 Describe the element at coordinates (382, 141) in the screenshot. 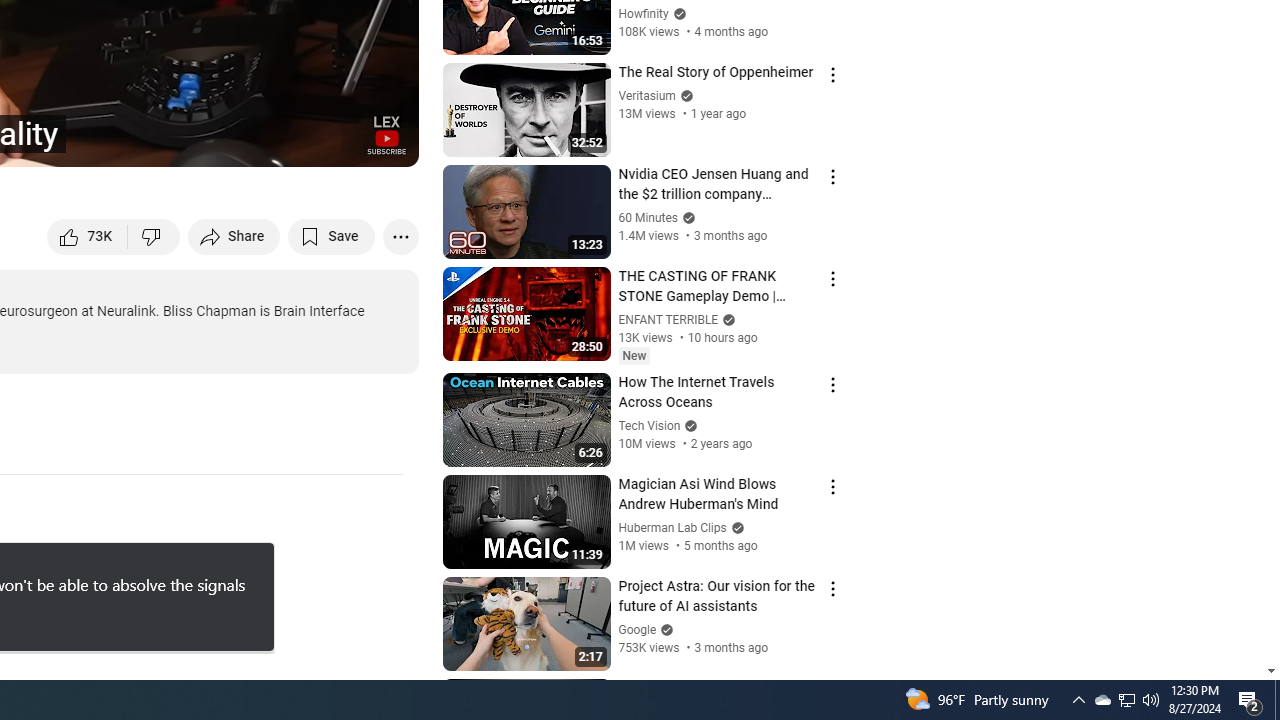

I see `'Full screen (f)'` at that location.